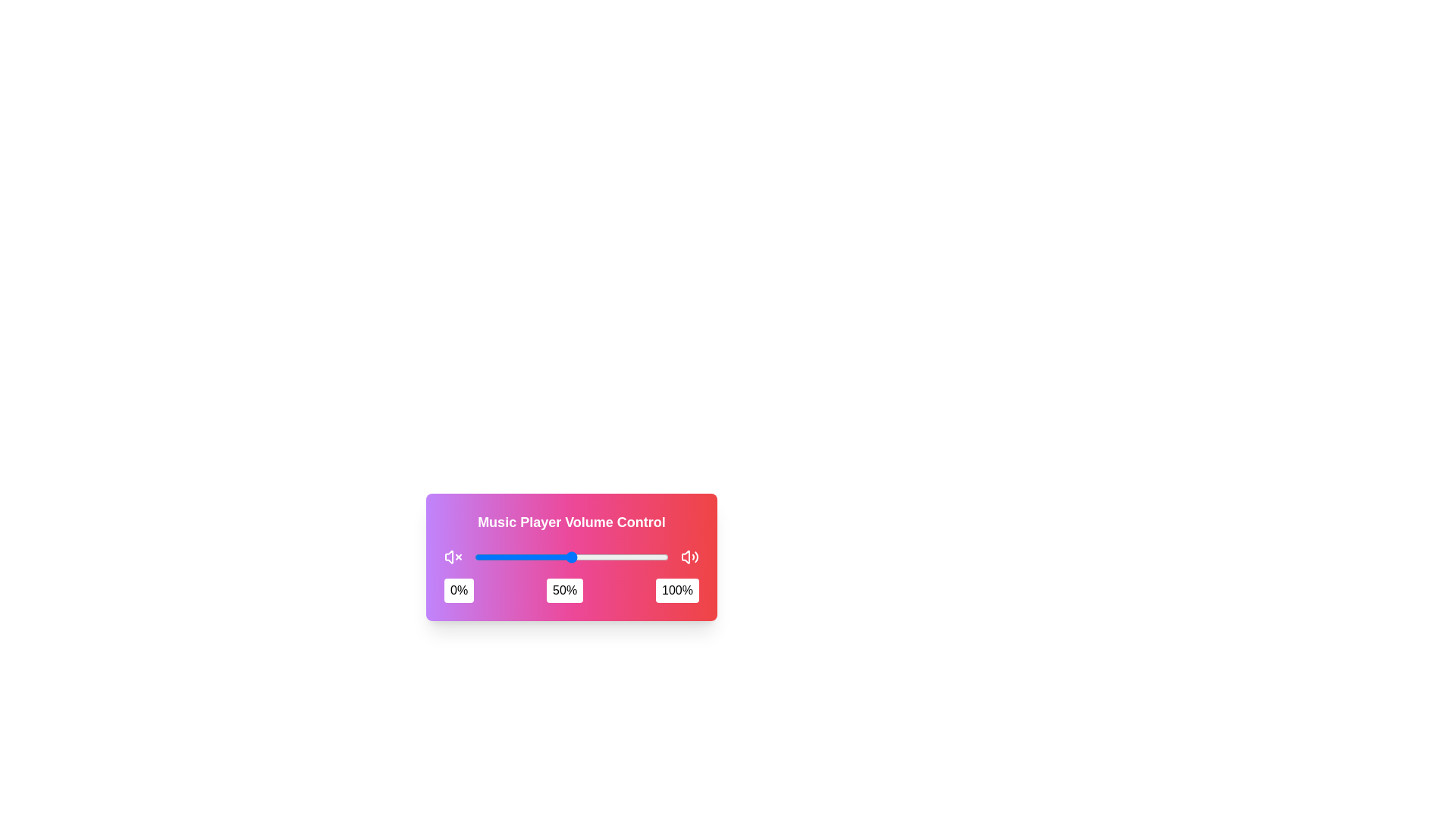  What do you see at coordinates (637, 557) in the screenshot?
I see `the slider to set the volume to 84%` at bounding box center [637, 557].